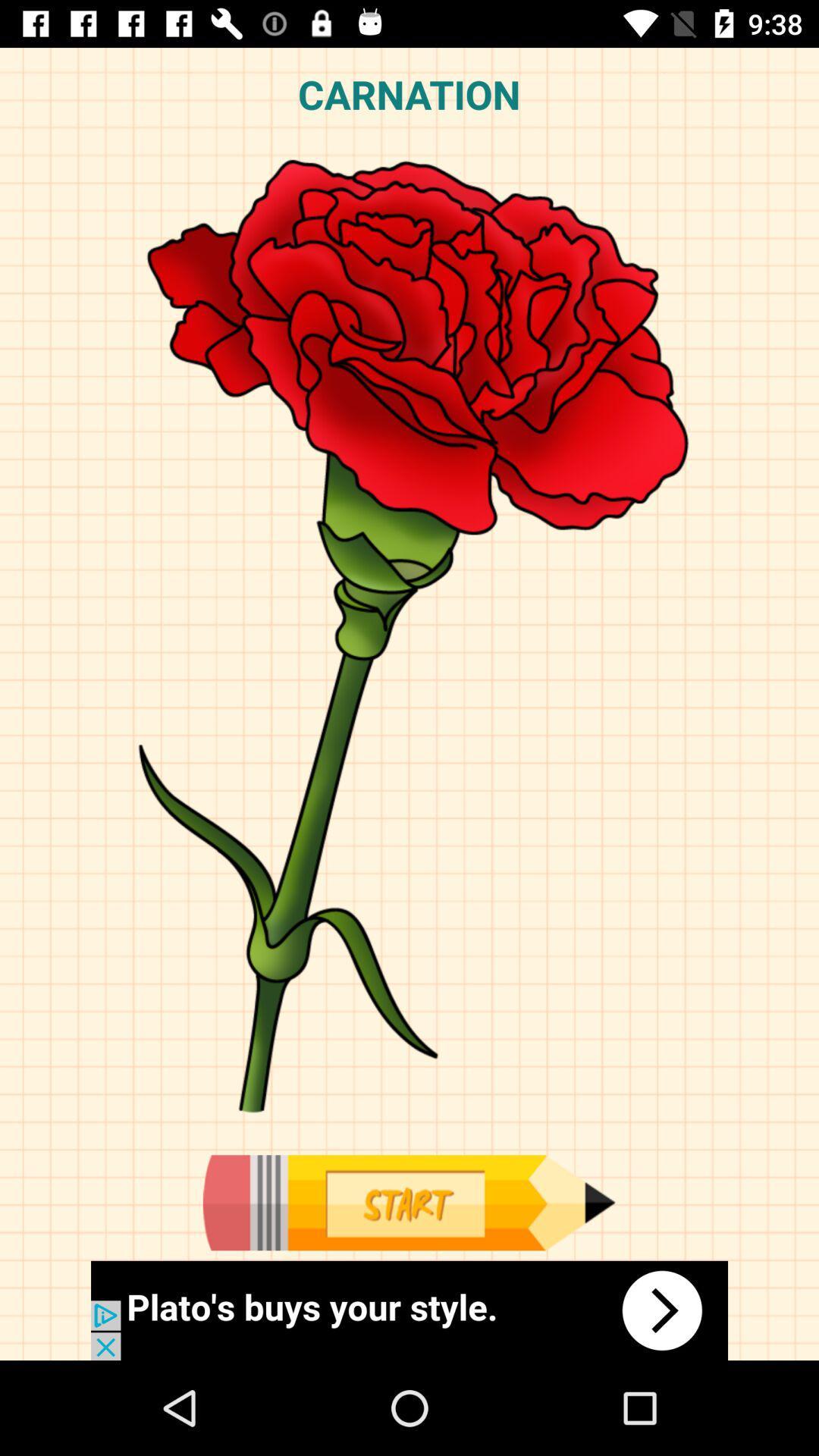  What do you see at coordinates (408, 1202) in the screenshot?
I see `advertisement` at bounding box center [408, 1202].